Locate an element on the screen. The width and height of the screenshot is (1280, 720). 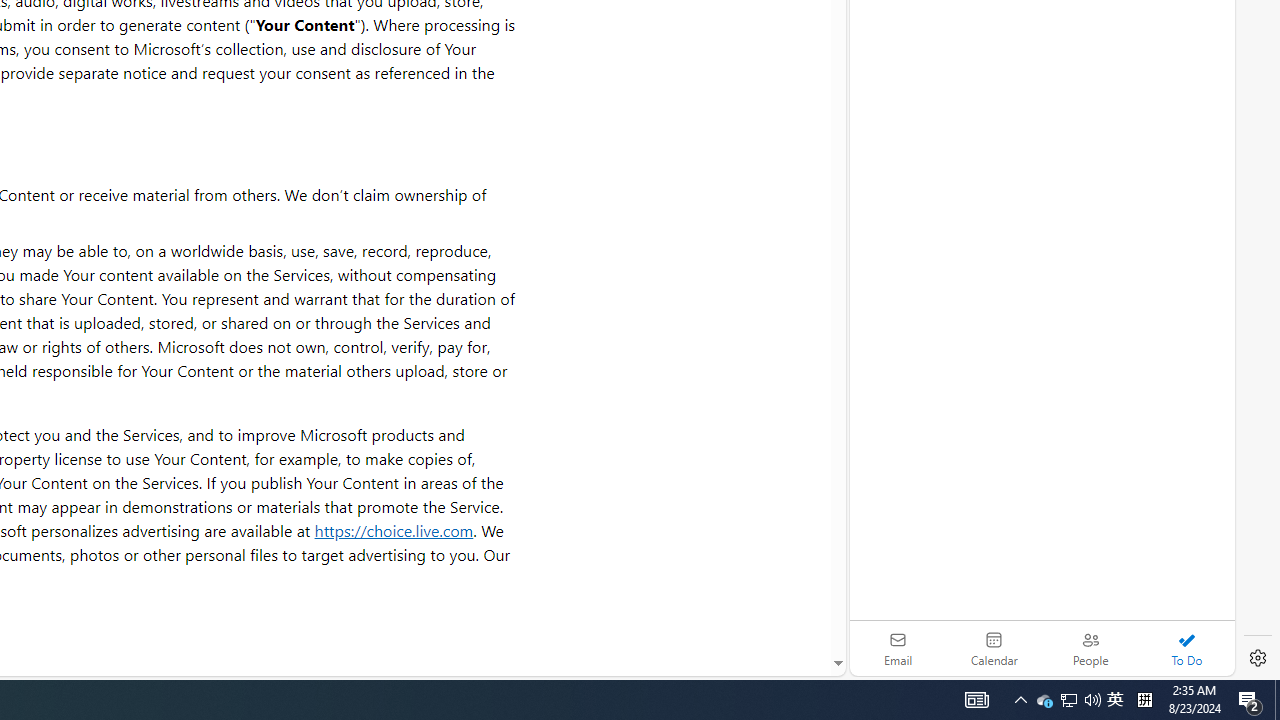
'Calendar. Date today is 22' is located at coordinates (994, 648).